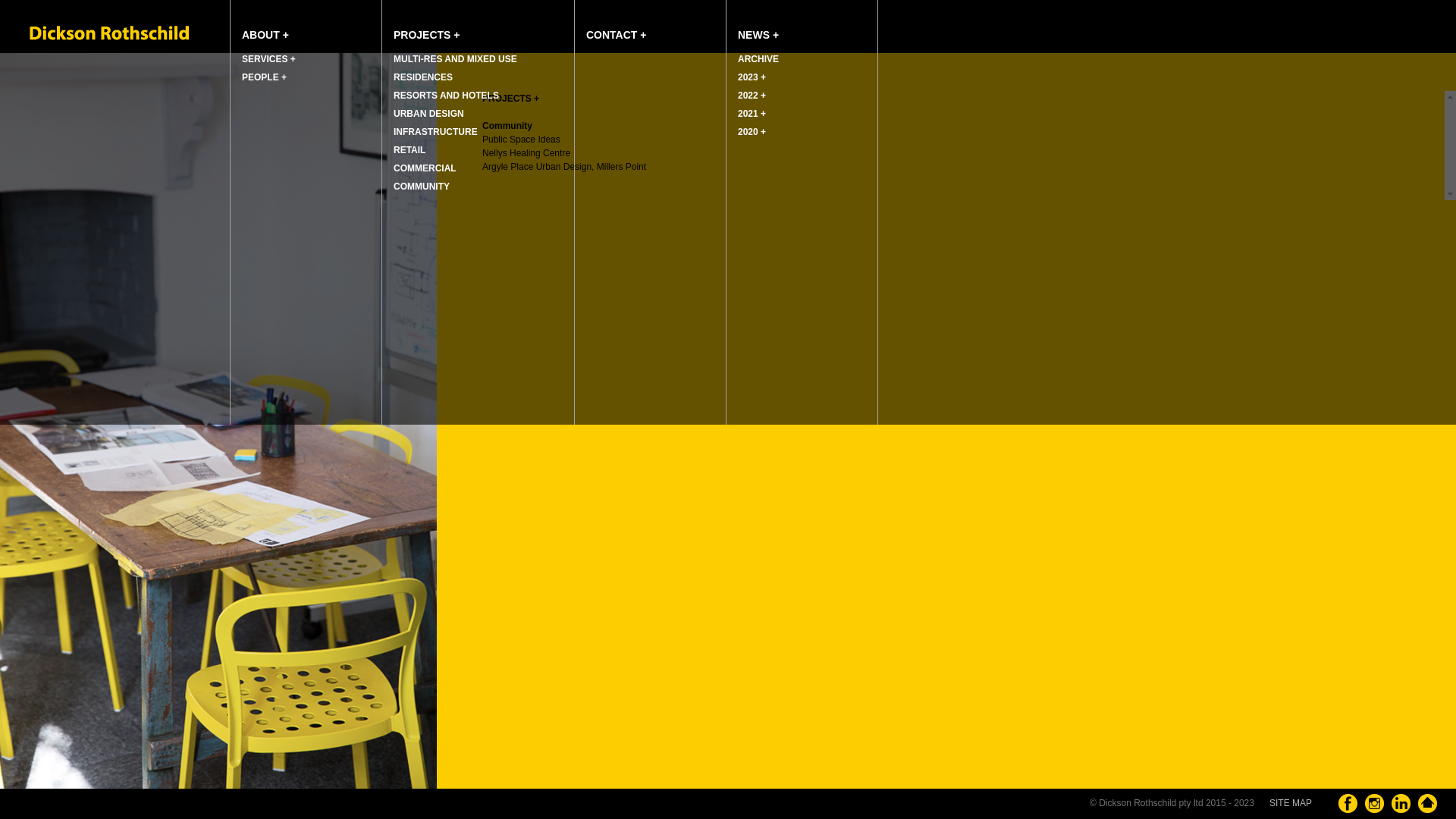  What do you see at coordinates (305, 77) in the screenshot?
I see `'PEOPLE +'` at bounding box center [305, 77].